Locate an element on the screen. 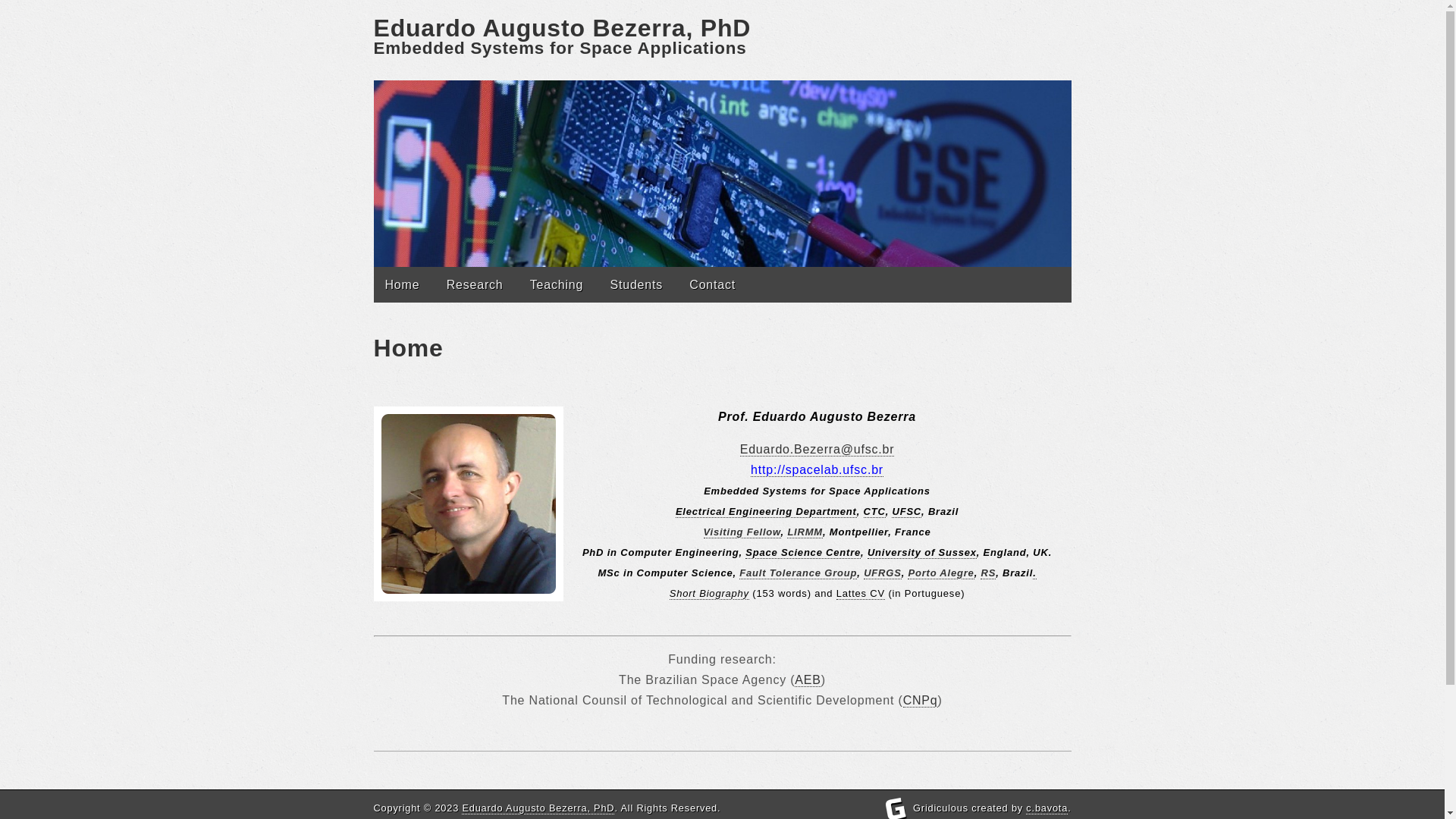 The image size is (1456, 819). 'Research' is located at coordinates (474, 284).